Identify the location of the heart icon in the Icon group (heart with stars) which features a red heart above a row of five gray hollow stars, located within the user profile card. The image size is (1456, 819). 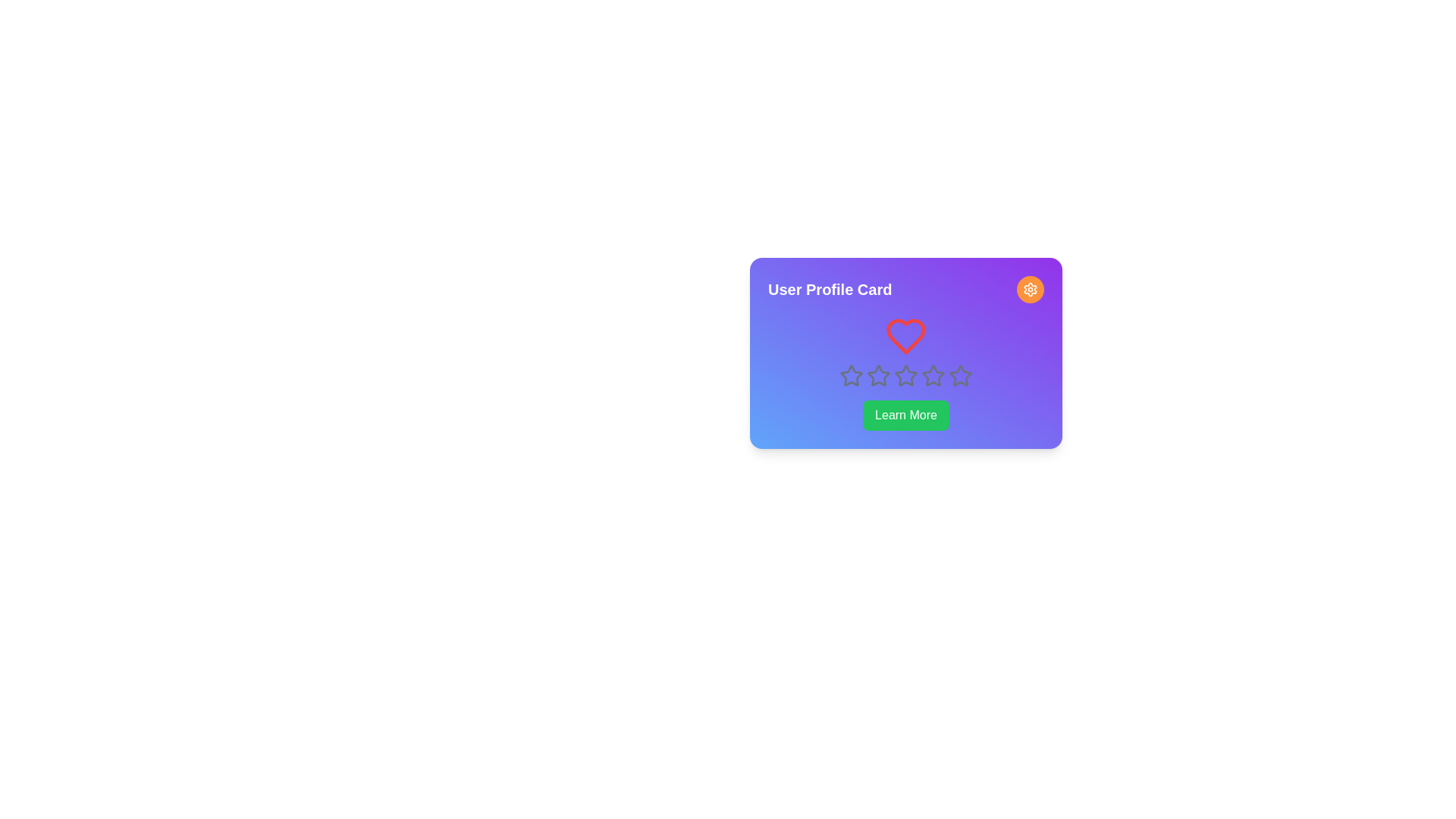
(906, 351).